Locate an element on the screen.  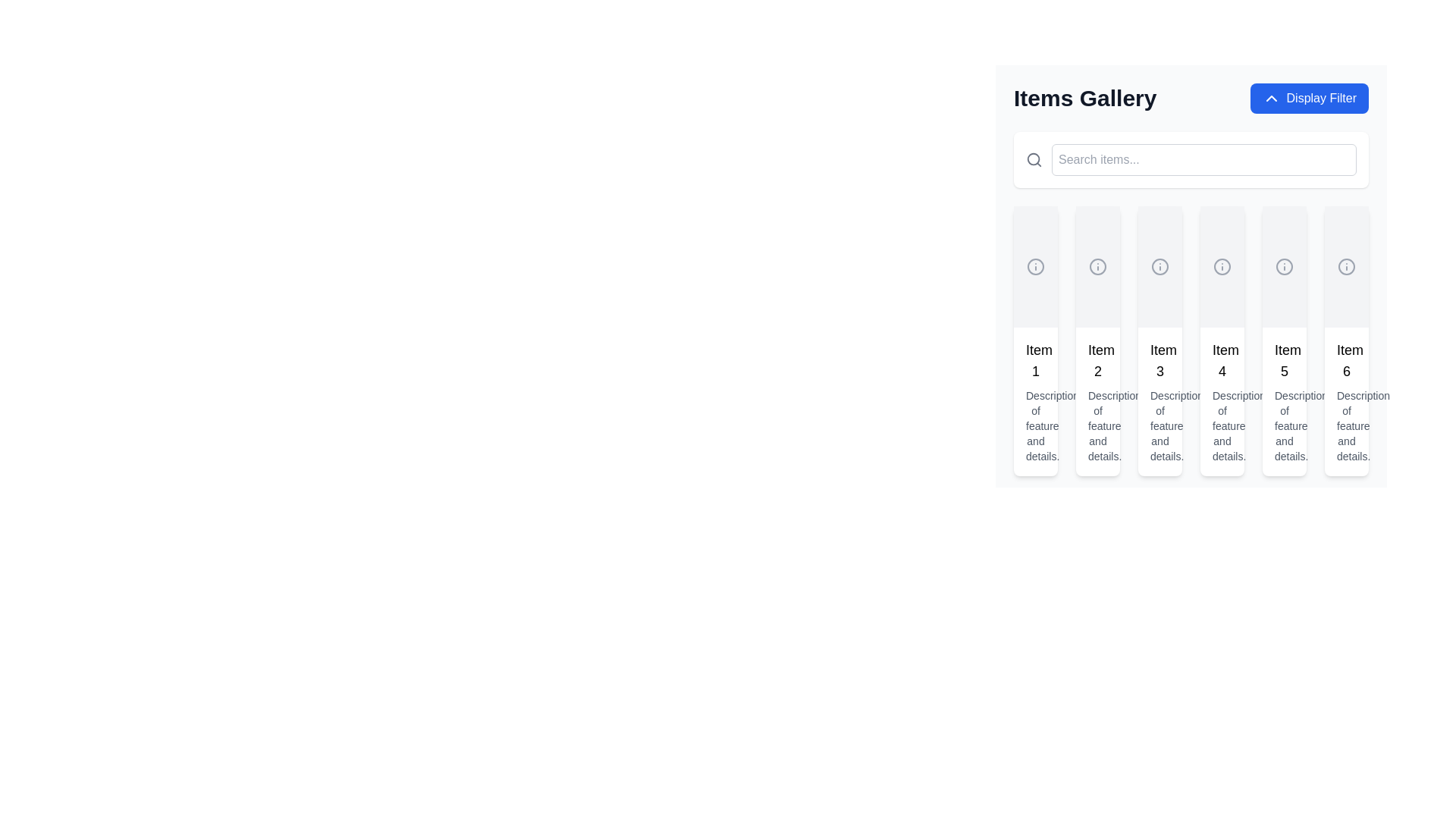
the text label that displays the title or identifier of the content in the fifth card of the horizontally arranged list is located at coordinates (1284, 360).